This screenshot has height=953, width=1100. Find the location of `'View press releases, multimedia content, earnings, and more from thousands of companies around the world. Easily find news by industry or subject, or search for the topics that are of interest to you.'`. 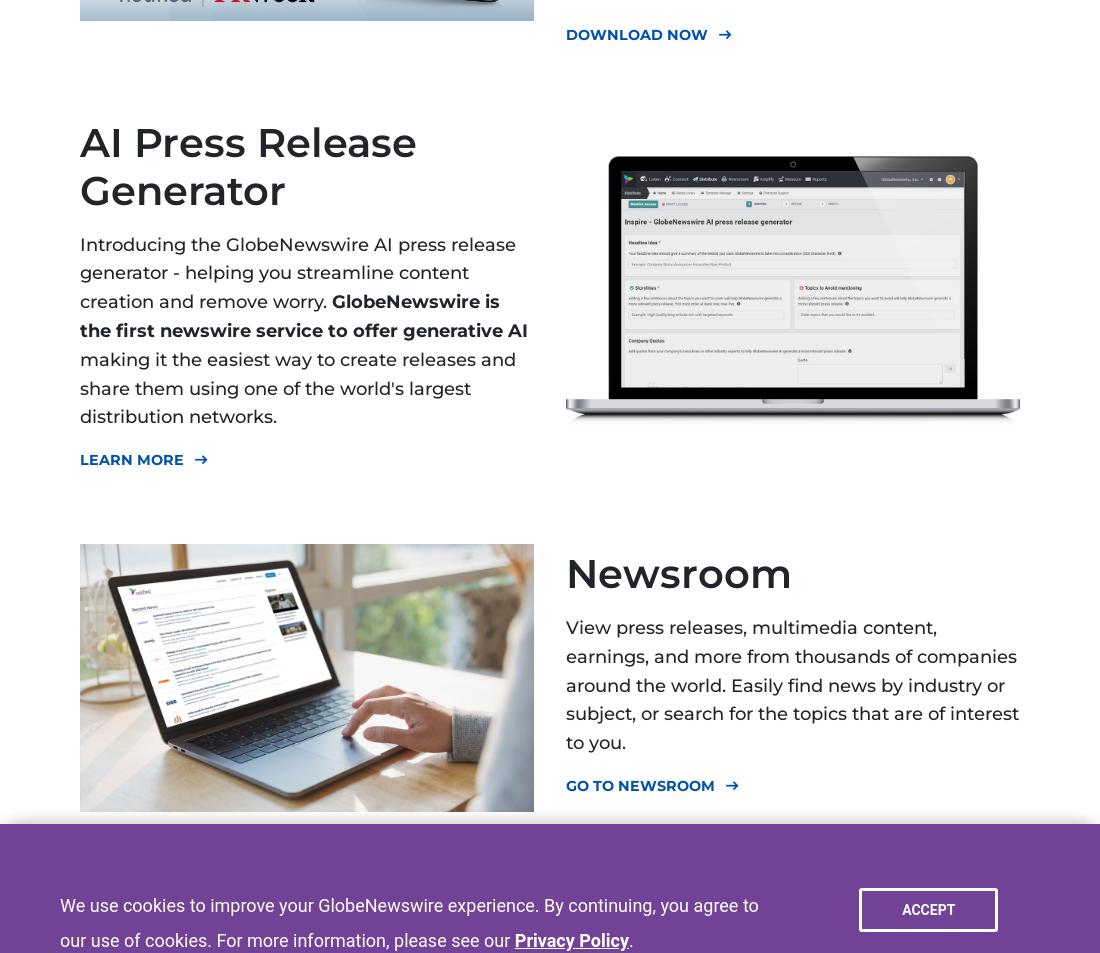

'View press releases, multimedia content, earnings, and more from thousands of companies around the world. Easily find news by industry or subject, or search for the topics that are of interest to you.' is located at coordinates (792, 685).